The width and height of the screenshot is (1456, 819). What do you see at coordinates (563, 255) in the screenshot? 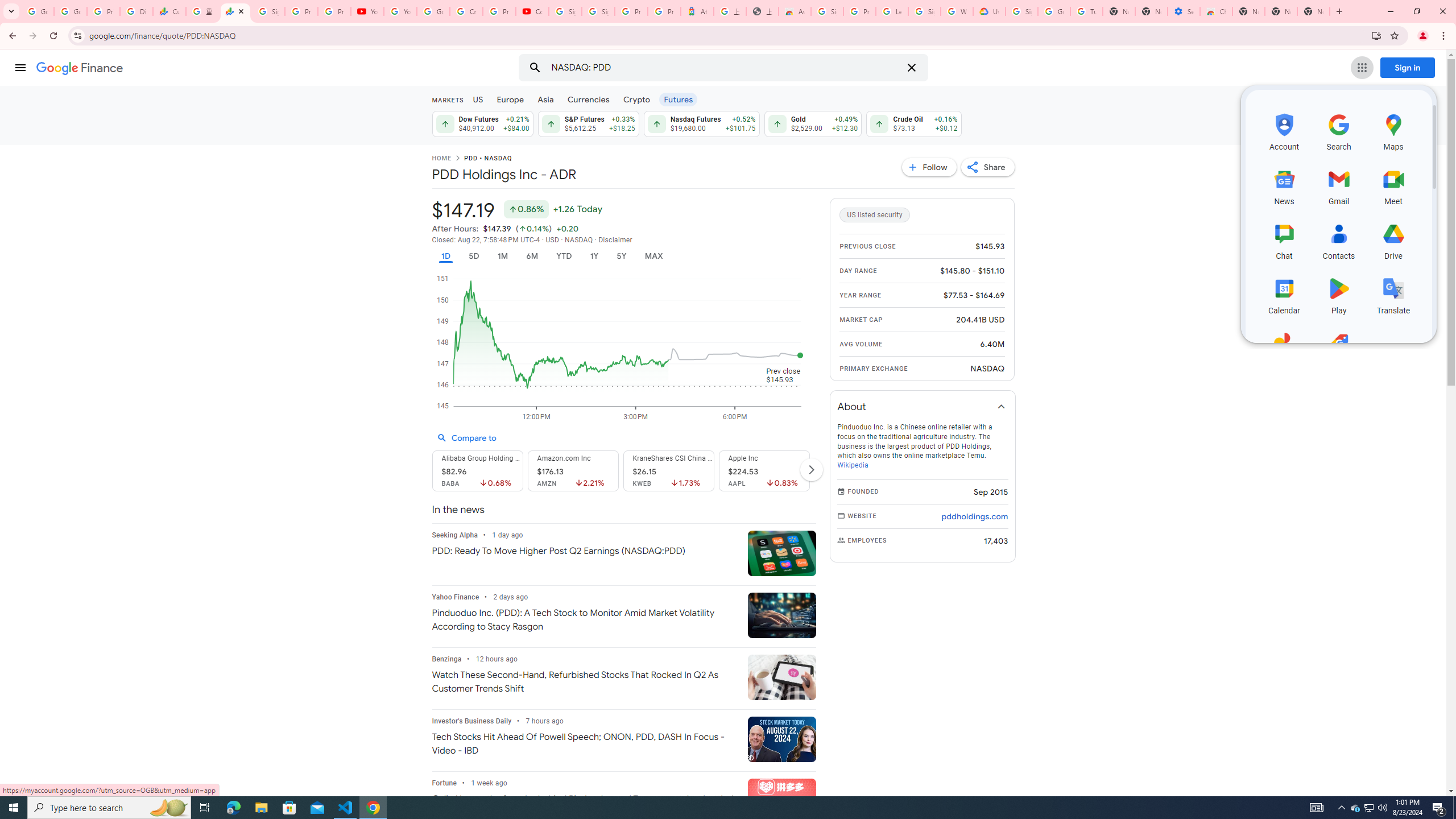
I see `'YTD'` at bounding box center [563, 255].